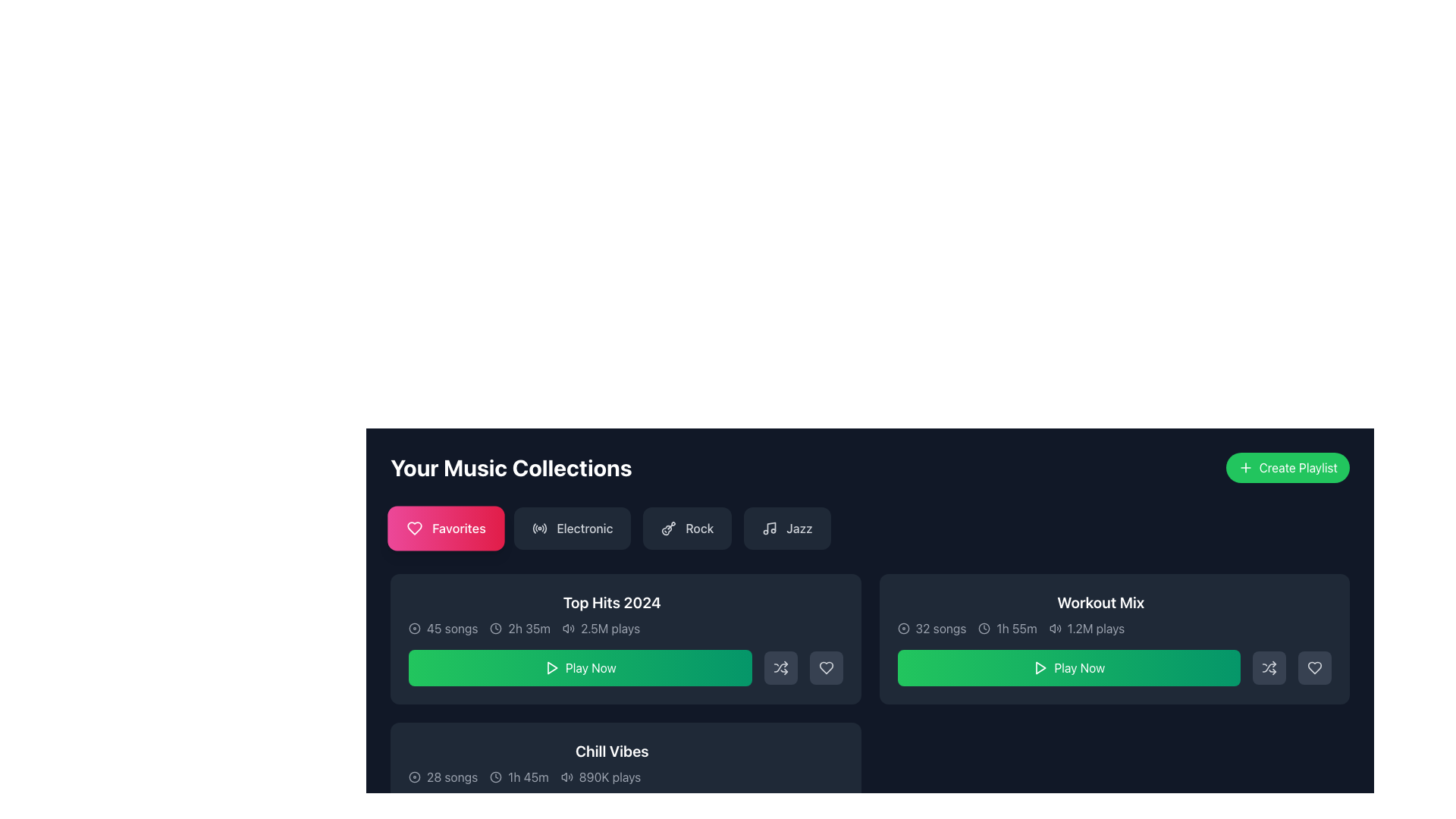 The height and width of the screenshot is (819, 1456). Describe the element at coordinates (780, 667) in the screenshot. I see `the shuffle icon button in the 'Workout Mix' card located in the 'Your Music Collections' section` at that location.